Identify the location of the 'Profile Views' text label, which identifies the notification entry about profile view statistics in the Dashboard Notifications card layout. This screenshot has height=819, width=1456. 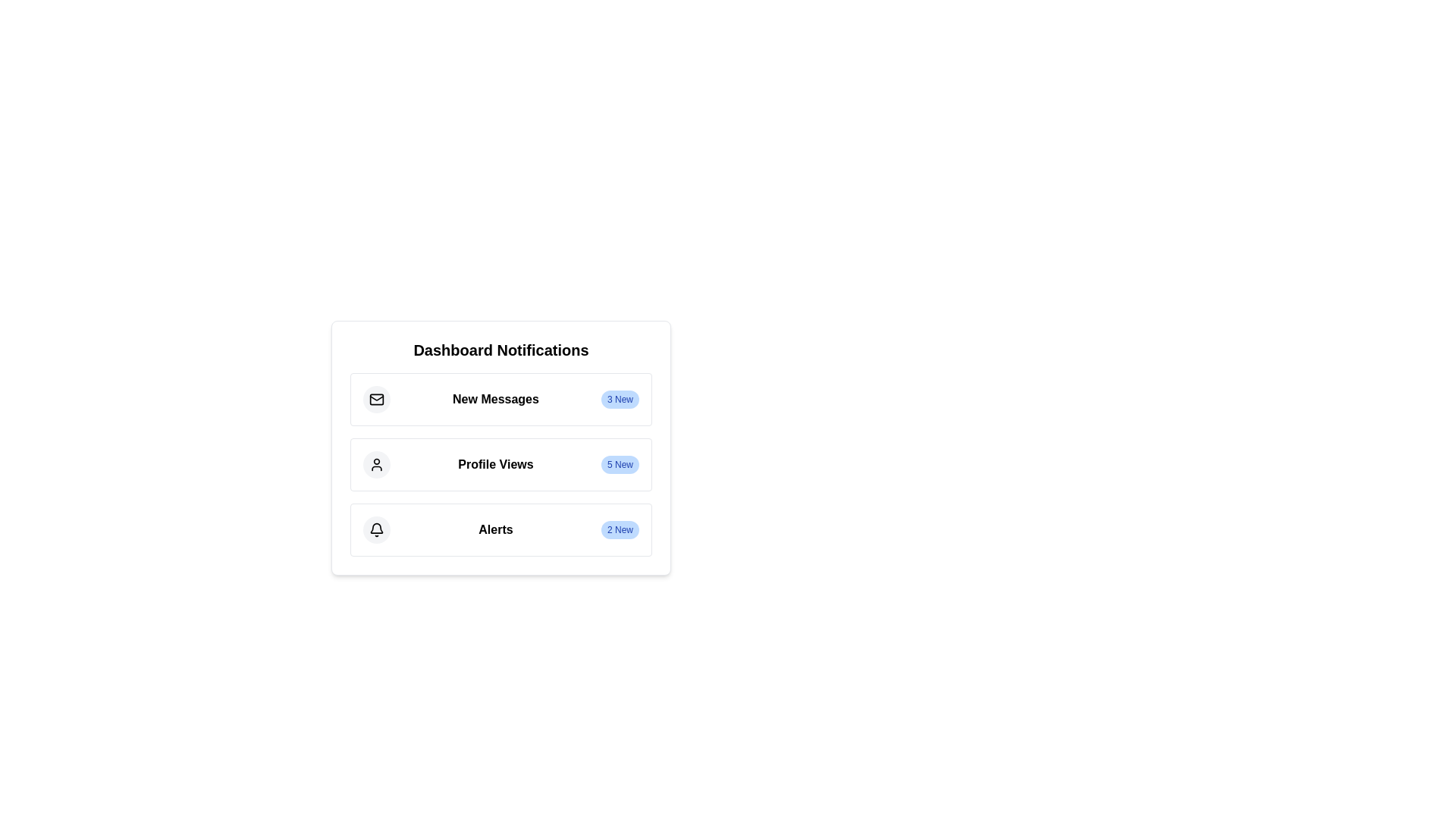
(495, 464).